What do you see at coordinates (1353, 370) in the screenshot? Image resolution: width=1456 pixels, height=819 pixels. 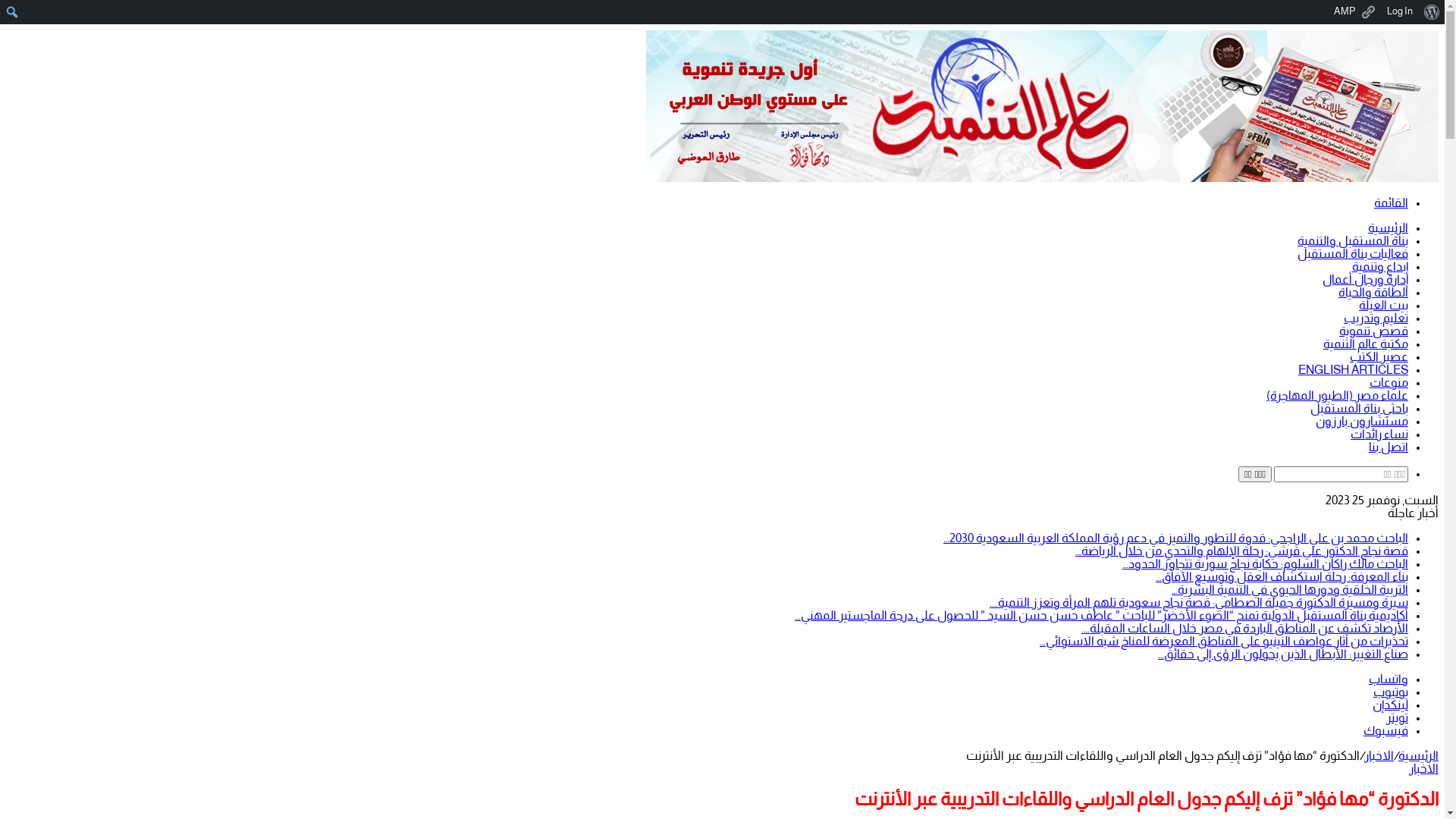 I see `'ENGLISH ARTICLES'` at bounding box center [1353, 370].